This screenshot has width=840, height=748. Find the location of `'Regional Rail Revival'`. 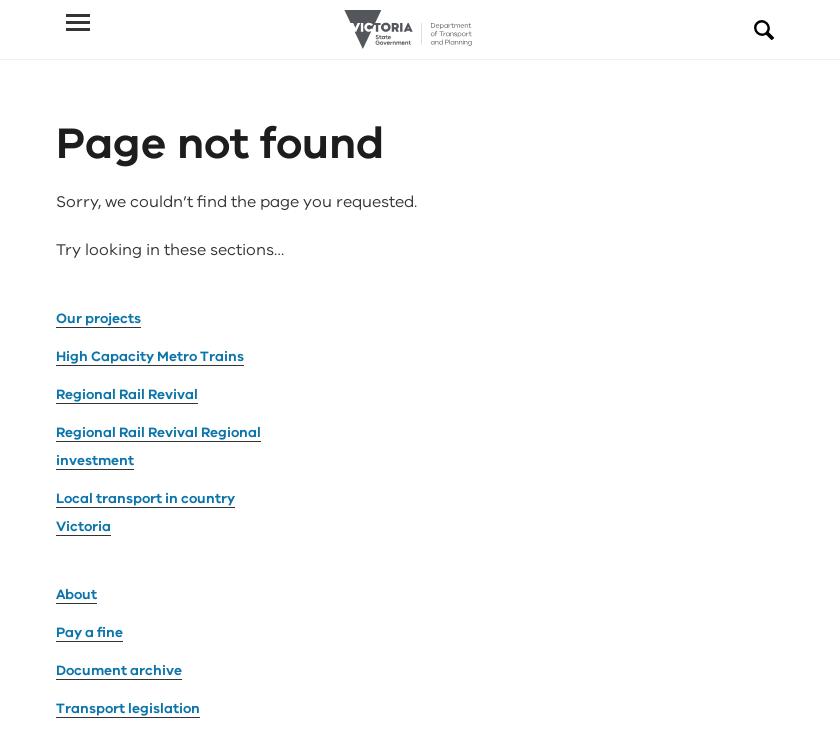

'Regional Rail Revival' is located at coordinates (126, 165).